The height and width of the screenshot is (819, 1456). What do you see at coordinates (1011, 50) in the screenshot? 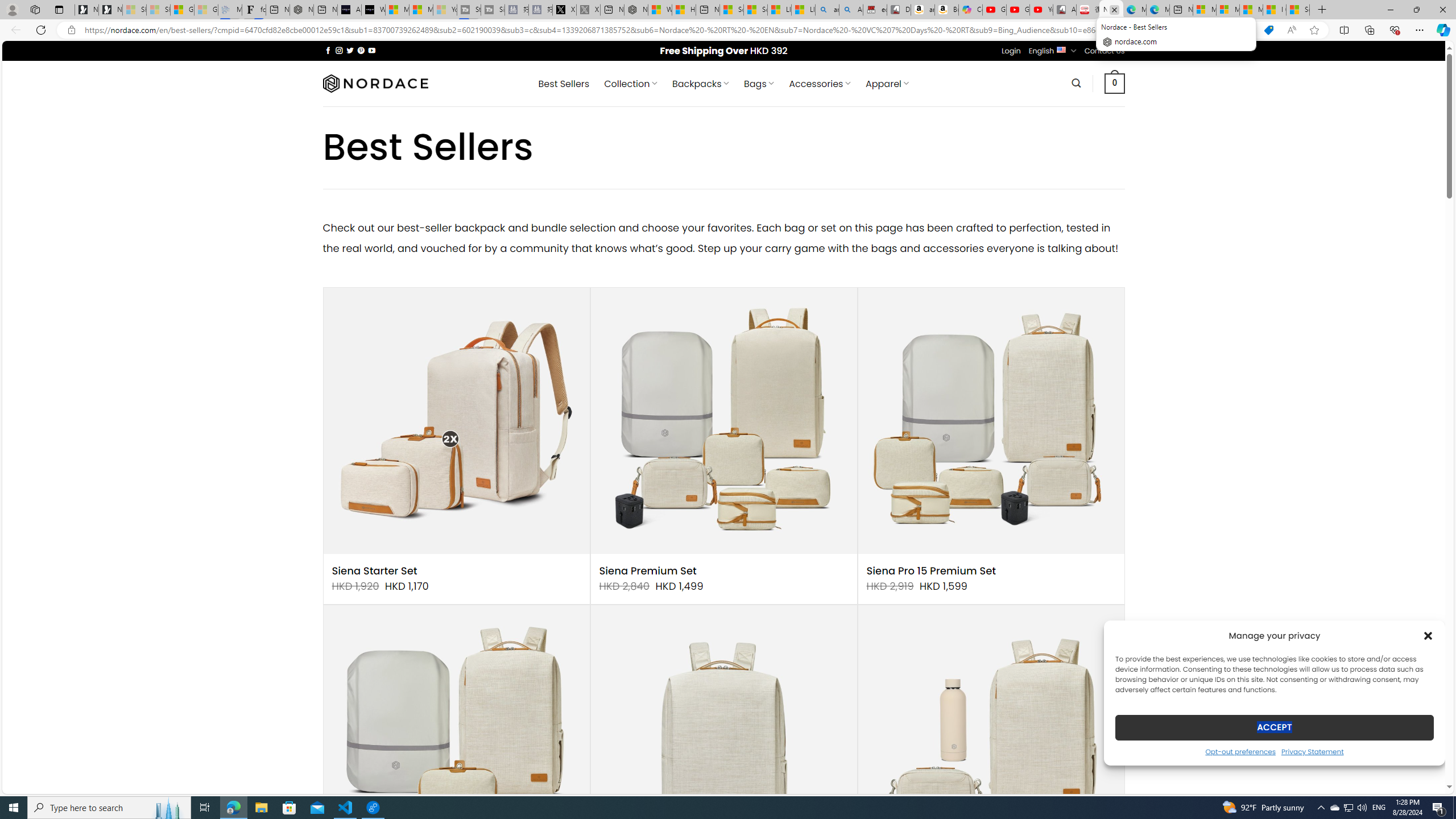
I see `'Login'` at bounding box center [1011, 50].